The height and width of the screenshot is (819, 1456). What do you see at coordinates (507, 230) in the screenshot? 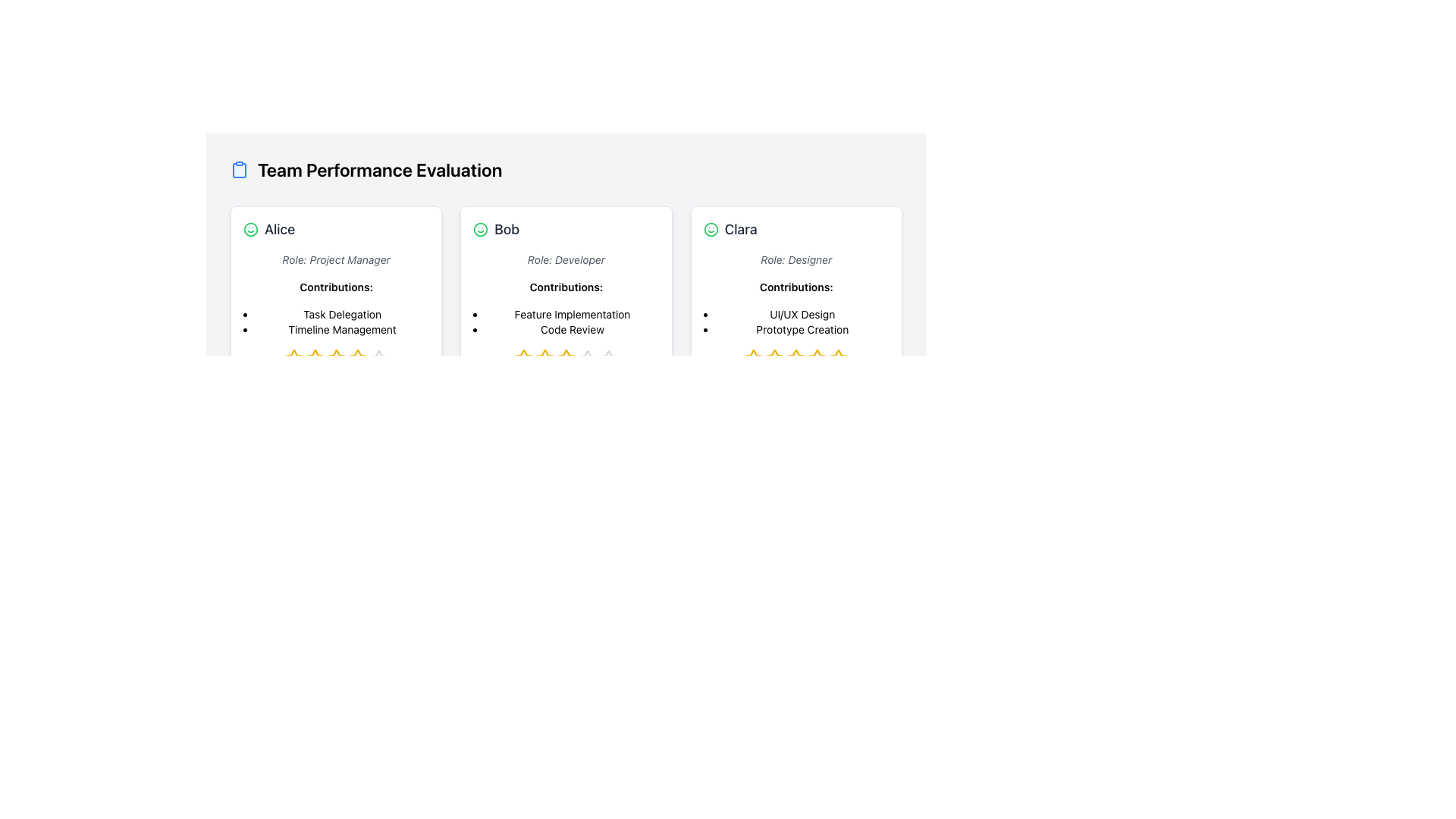
I see `the text label displaying the name 'Bob' in the second card under the 'Team Performance Evaluation' heading, which is located to the right of a green smiling icon` at bounding box center [507, 230].